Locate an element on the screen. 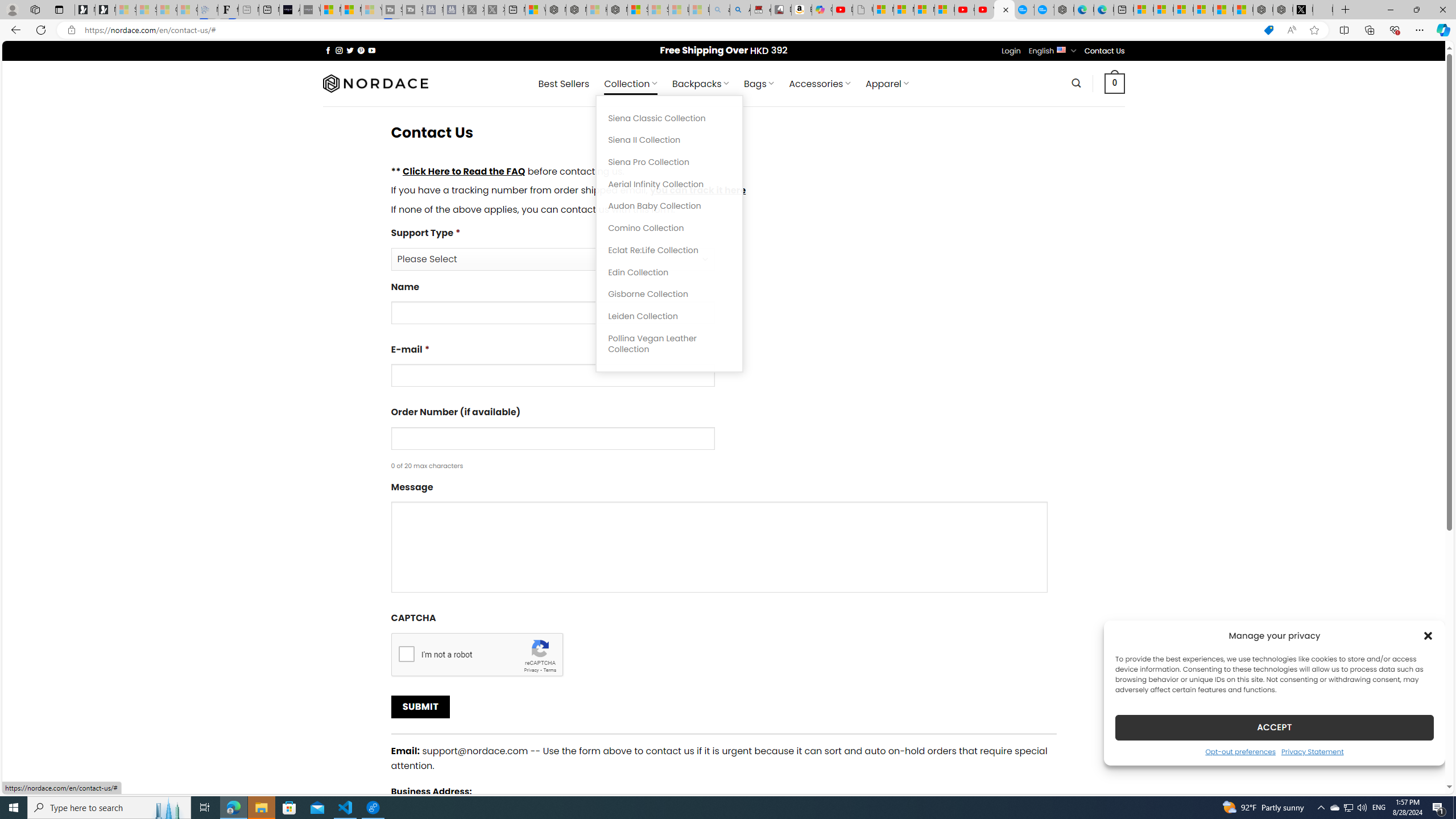 Image resolution: width=1456 pixels, height=819 pixels. 'Follow on Pinterest' is located at coordinates (359, 50).